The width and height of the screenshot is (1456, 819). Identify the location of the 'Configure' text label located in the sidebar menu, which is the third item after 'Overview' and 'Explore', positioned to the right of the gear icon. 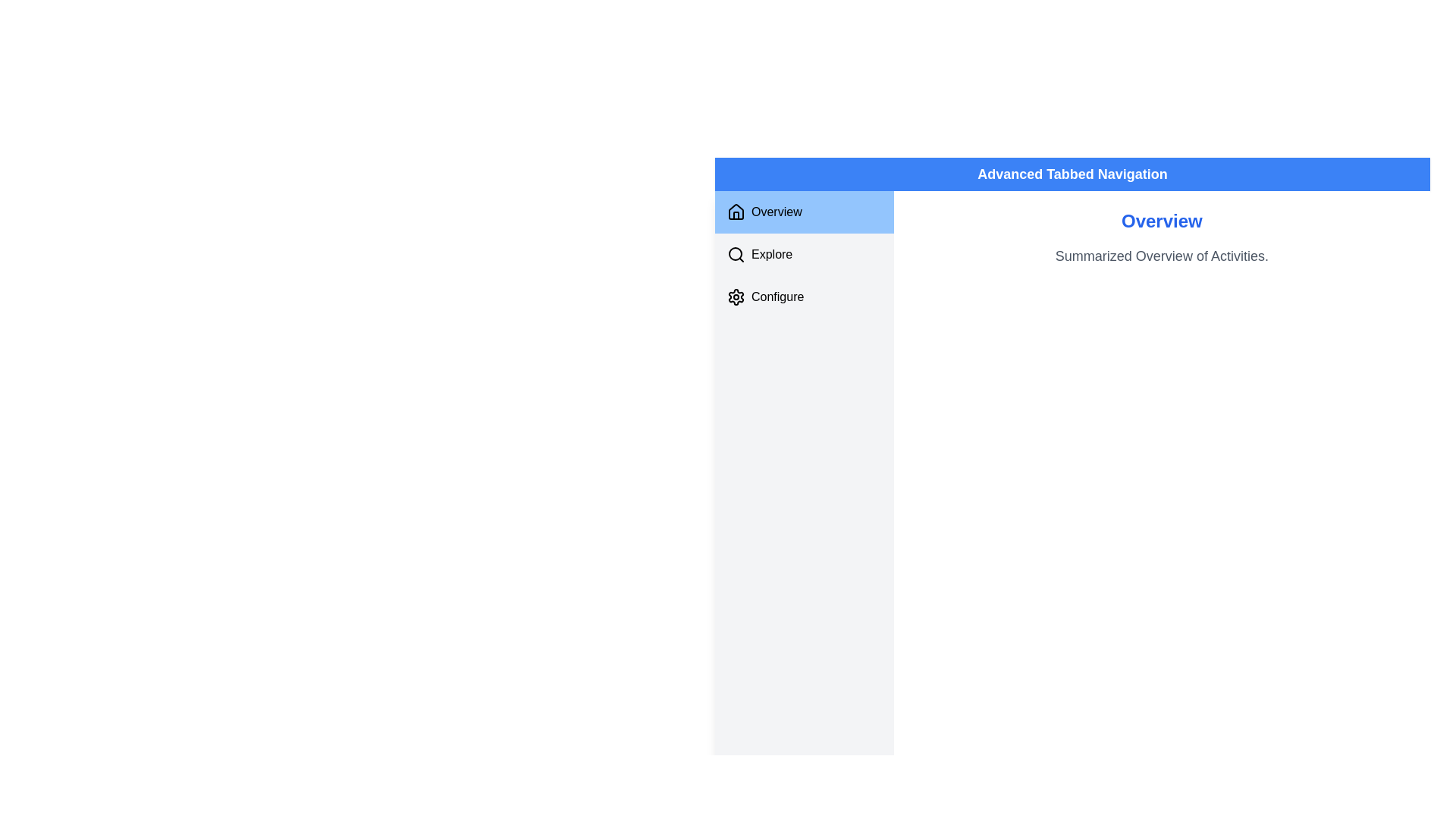
(777, 297).